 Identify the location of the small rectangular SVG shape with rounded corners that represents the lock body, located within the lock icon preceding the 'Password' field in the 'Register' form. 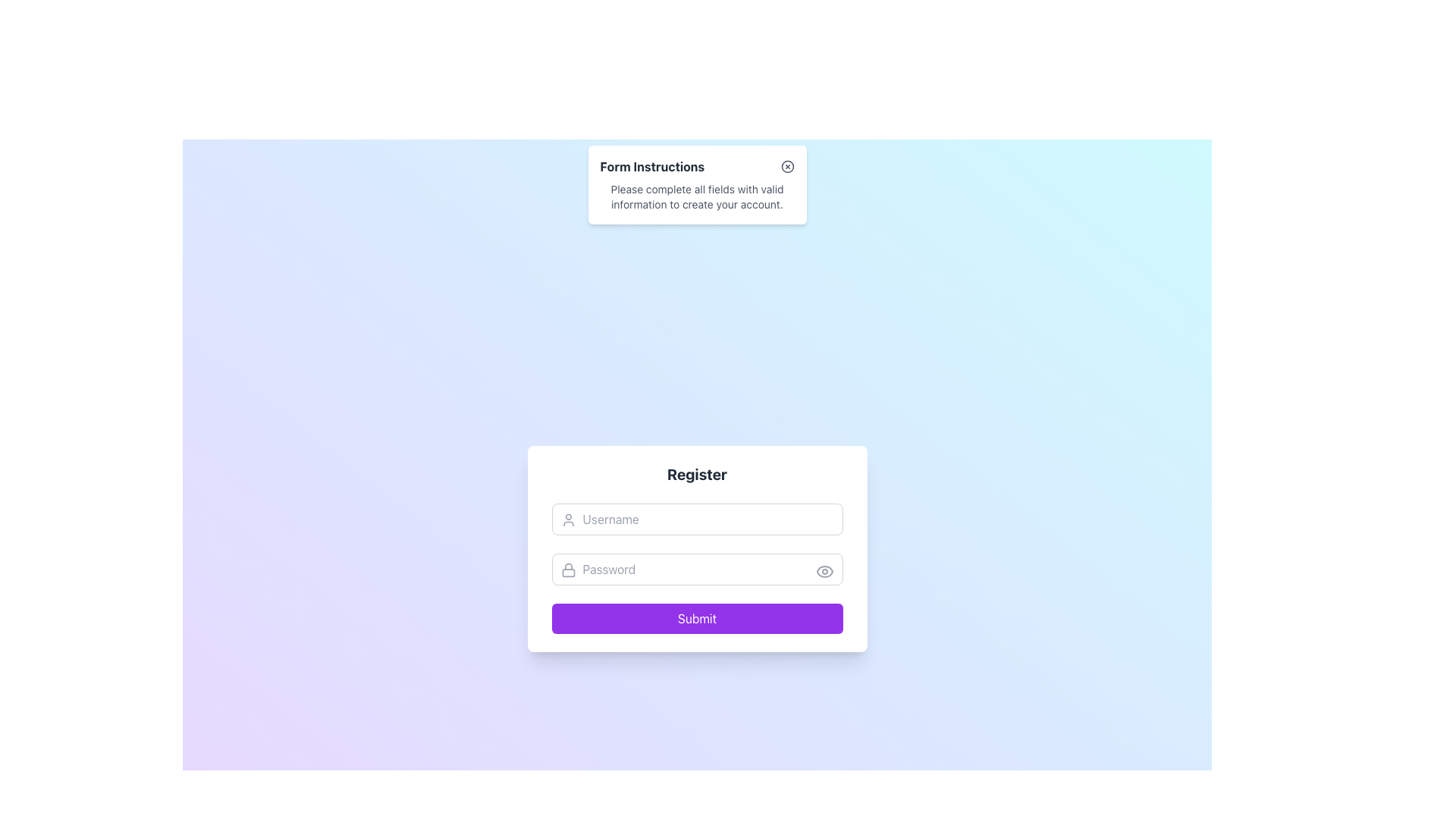
(567, 573).